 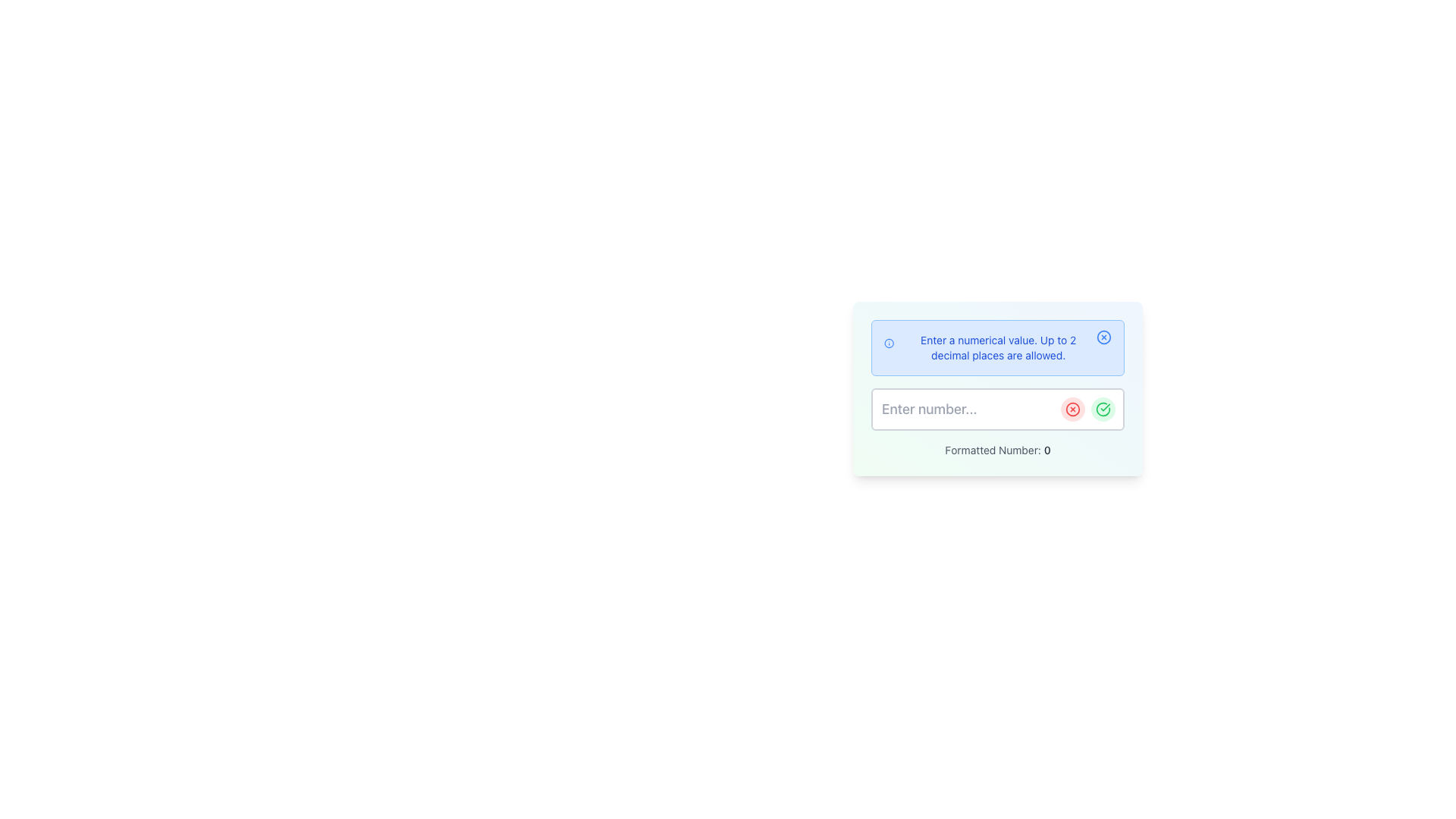 What do you see at coordinates (1046, 449) in the screenshot?
I see `the Display text showing the formatted numerical value '0', which is located below the input field with the placeholder 'Enter number...' and within a card with a light background` at bounding box center [1046, 449].